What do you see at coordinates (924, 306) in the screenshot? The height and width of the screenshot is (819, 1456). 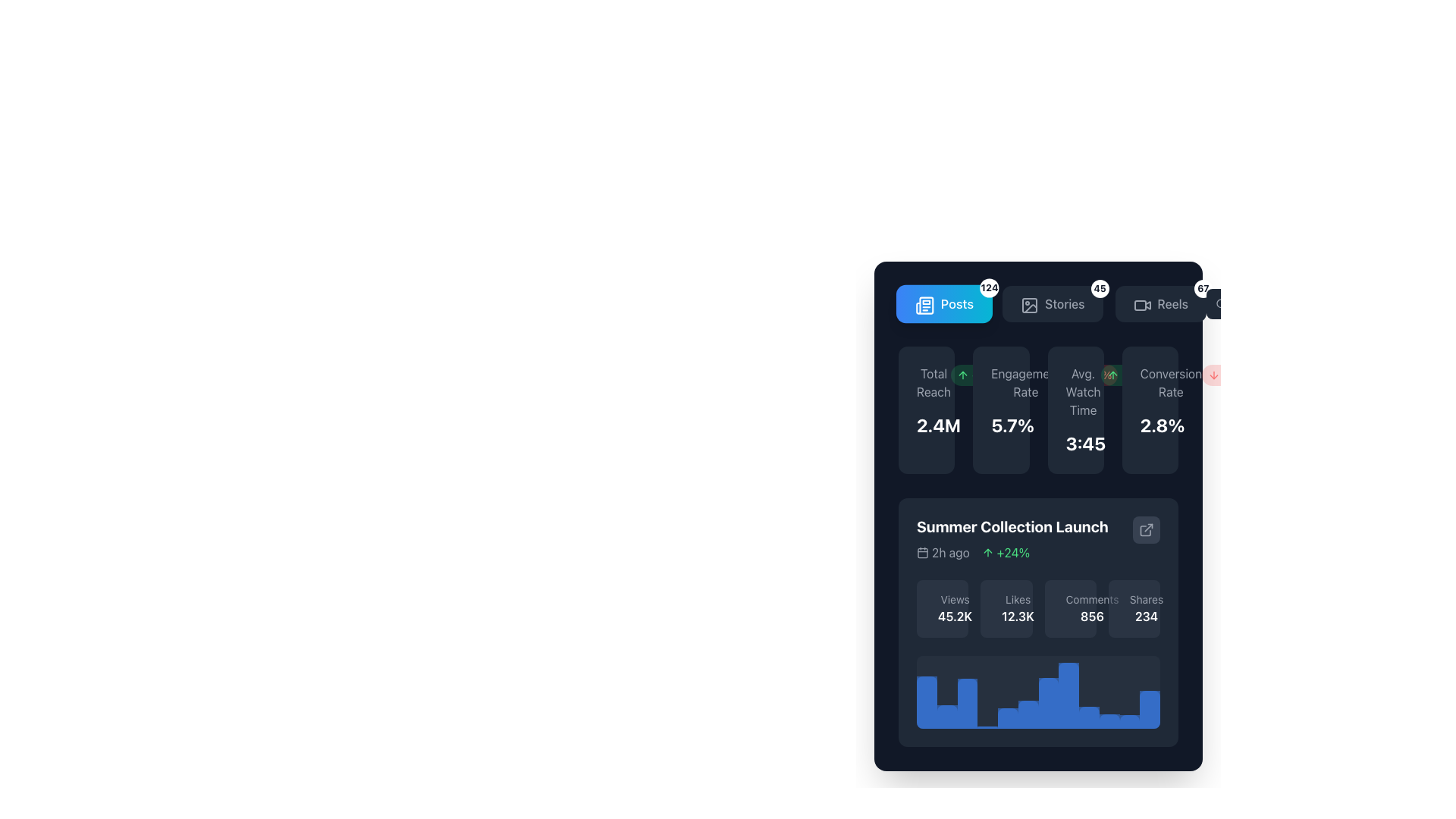 I see `the 'Posts' icon button located at the top-left of the navigation bar` at bounding box center [924, 306].